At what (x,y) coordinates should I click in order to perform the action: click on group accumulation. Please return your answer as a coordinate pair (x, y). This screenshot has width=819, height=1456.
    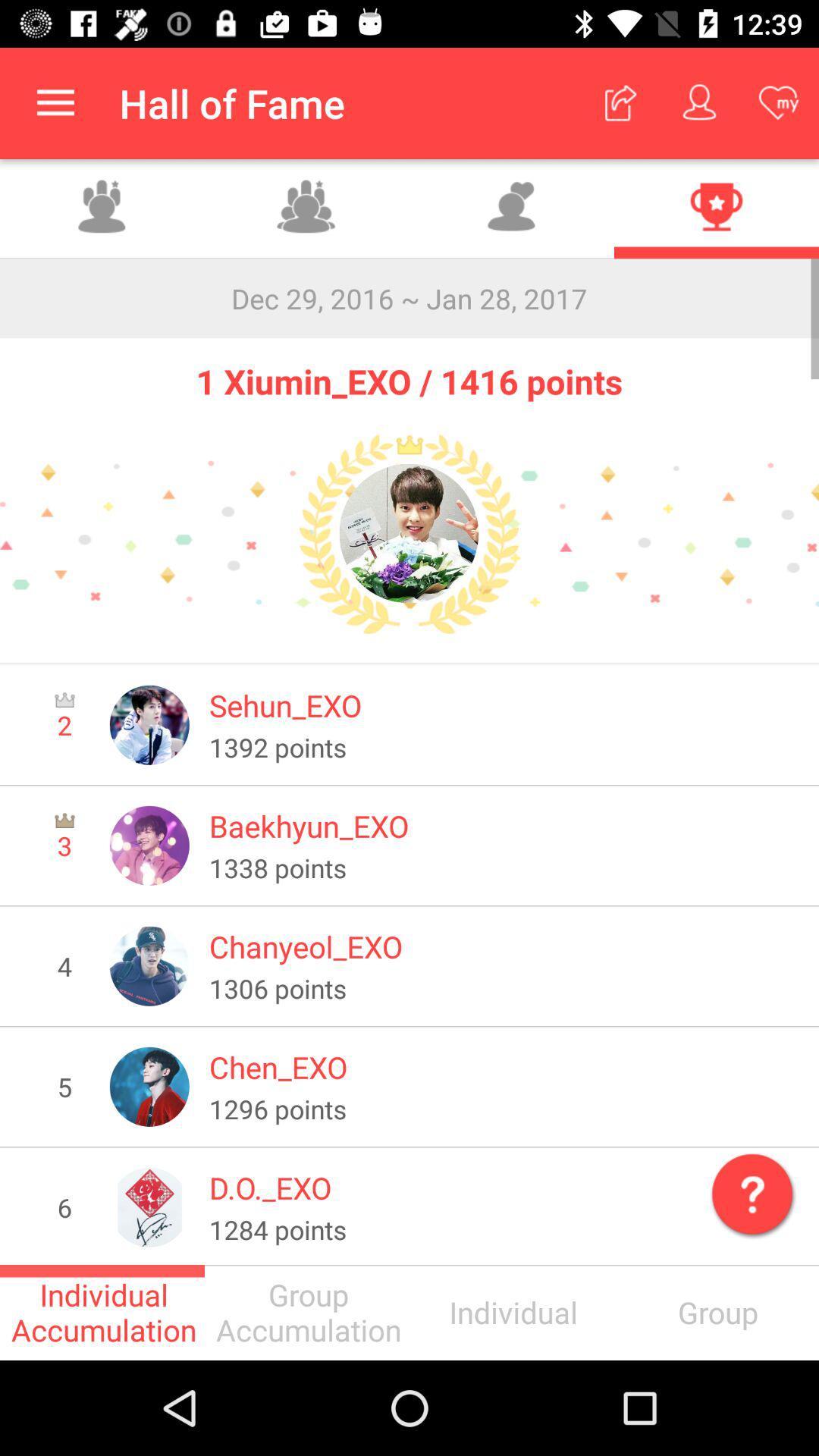
    Looking at the image, I should click on (102, 208).